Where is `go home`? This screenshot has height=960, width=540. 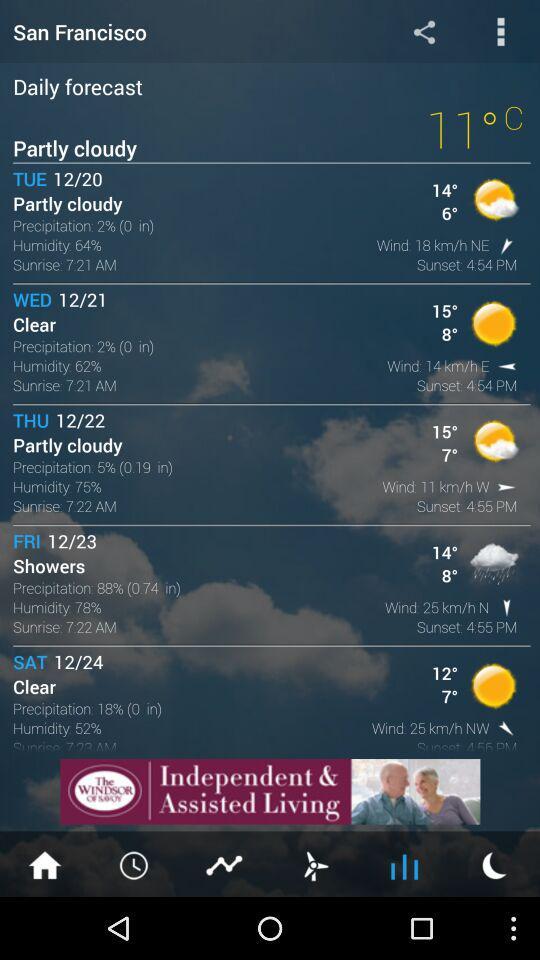
go home is located at coordinates (44, 863).